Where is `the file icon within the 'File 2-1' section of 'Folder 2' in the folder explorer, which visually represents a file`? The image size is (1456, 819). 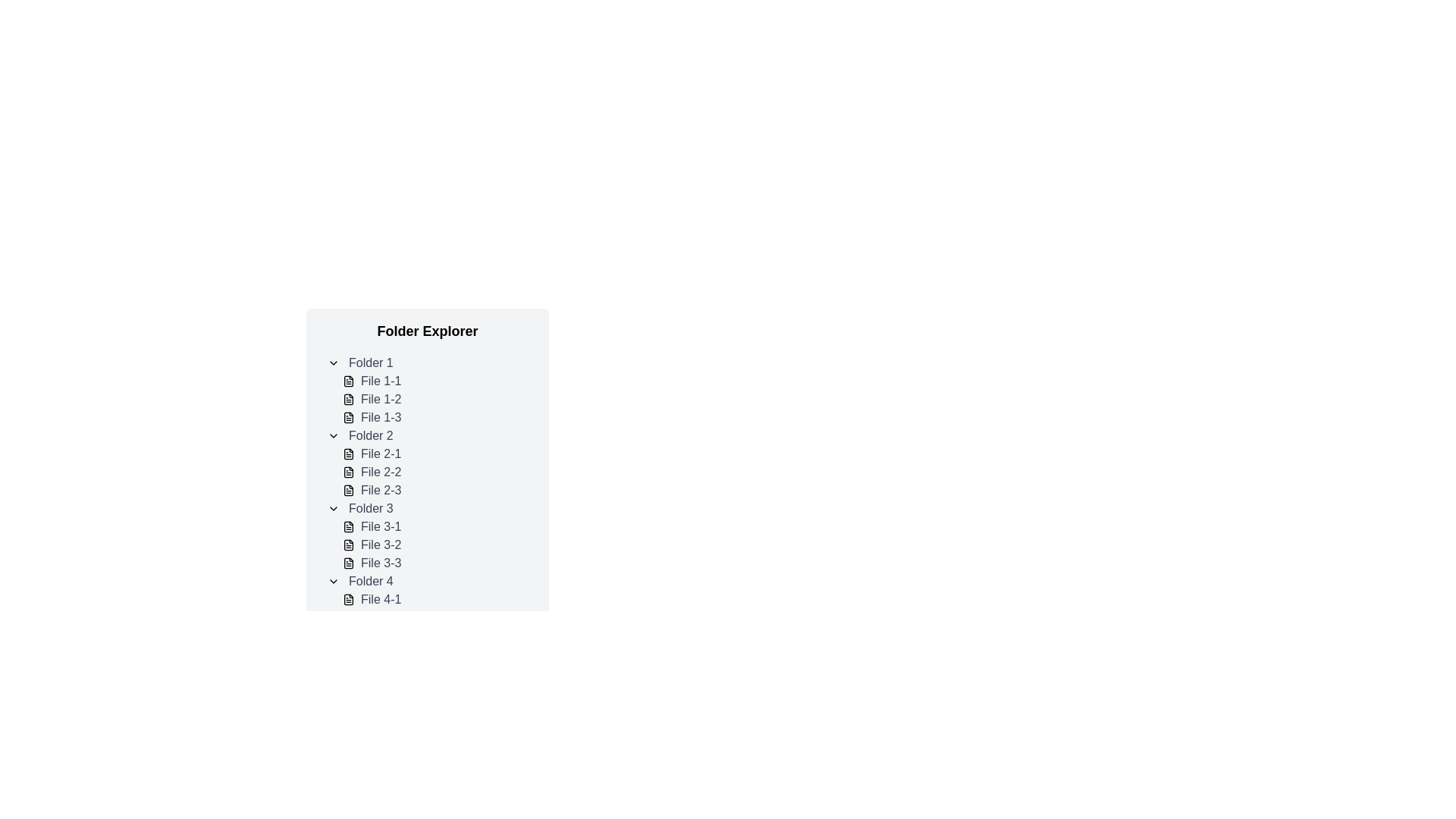 the file icon within the 'File 2-1' section of 'Folder 2' in the folder explorer, which visually represents a file is located at coordinates (348, 453).